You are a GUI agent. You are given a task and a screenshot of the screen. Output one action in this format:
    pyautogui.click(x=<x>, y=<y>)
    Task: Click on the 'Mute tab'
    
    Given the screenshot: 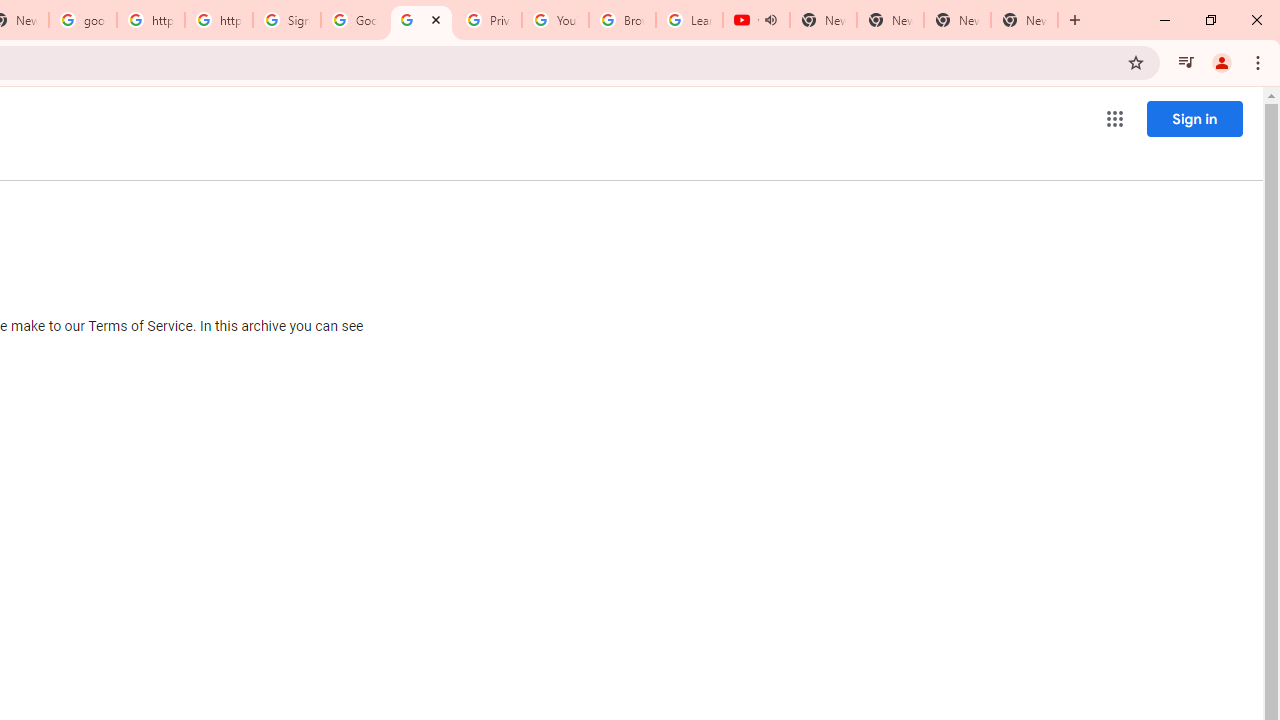 What is the action you would take?
    pyautogui.click(x=770, y=20)
    